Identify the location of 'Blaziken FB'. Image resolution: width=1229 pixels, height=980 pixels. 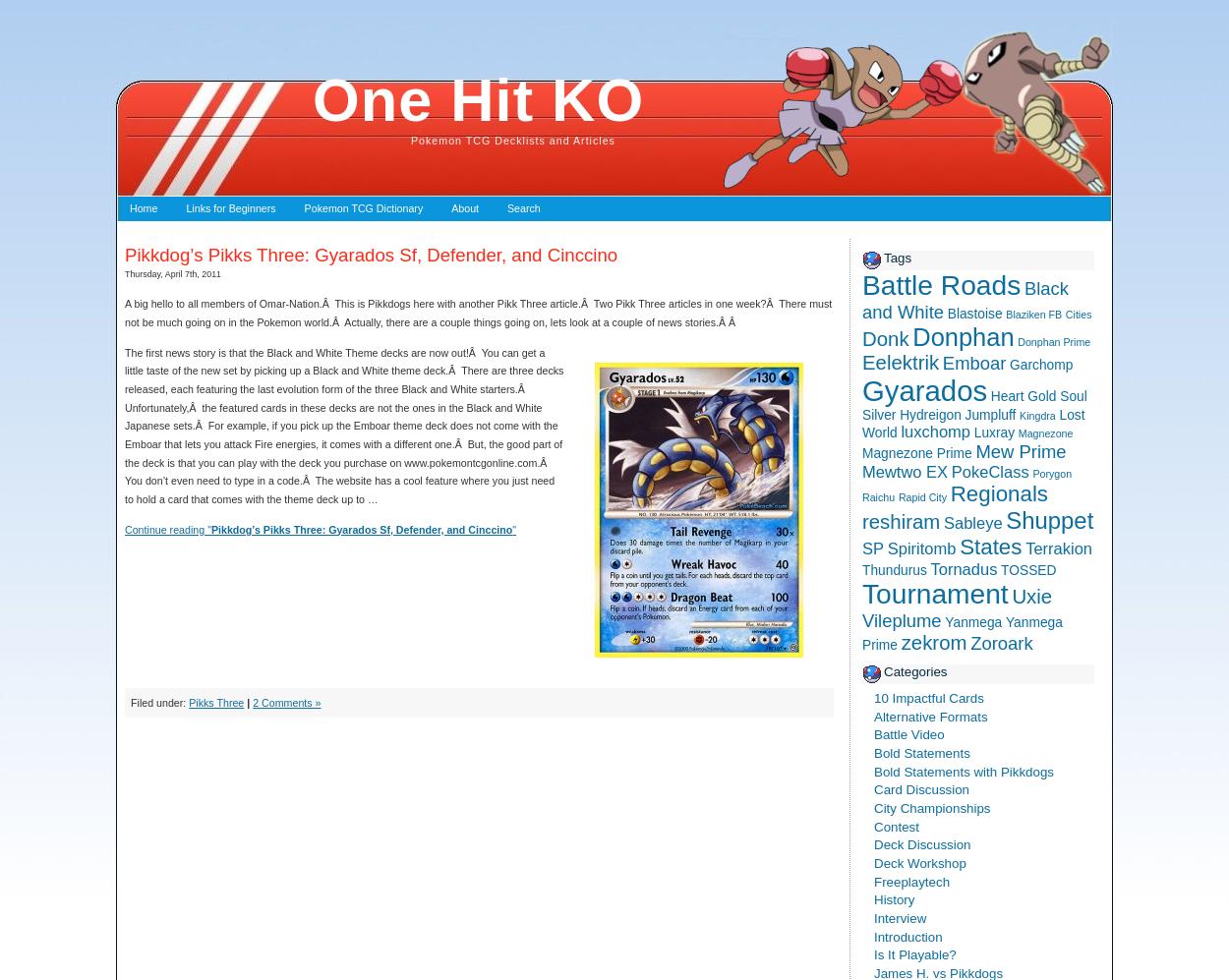
(1033, 314).